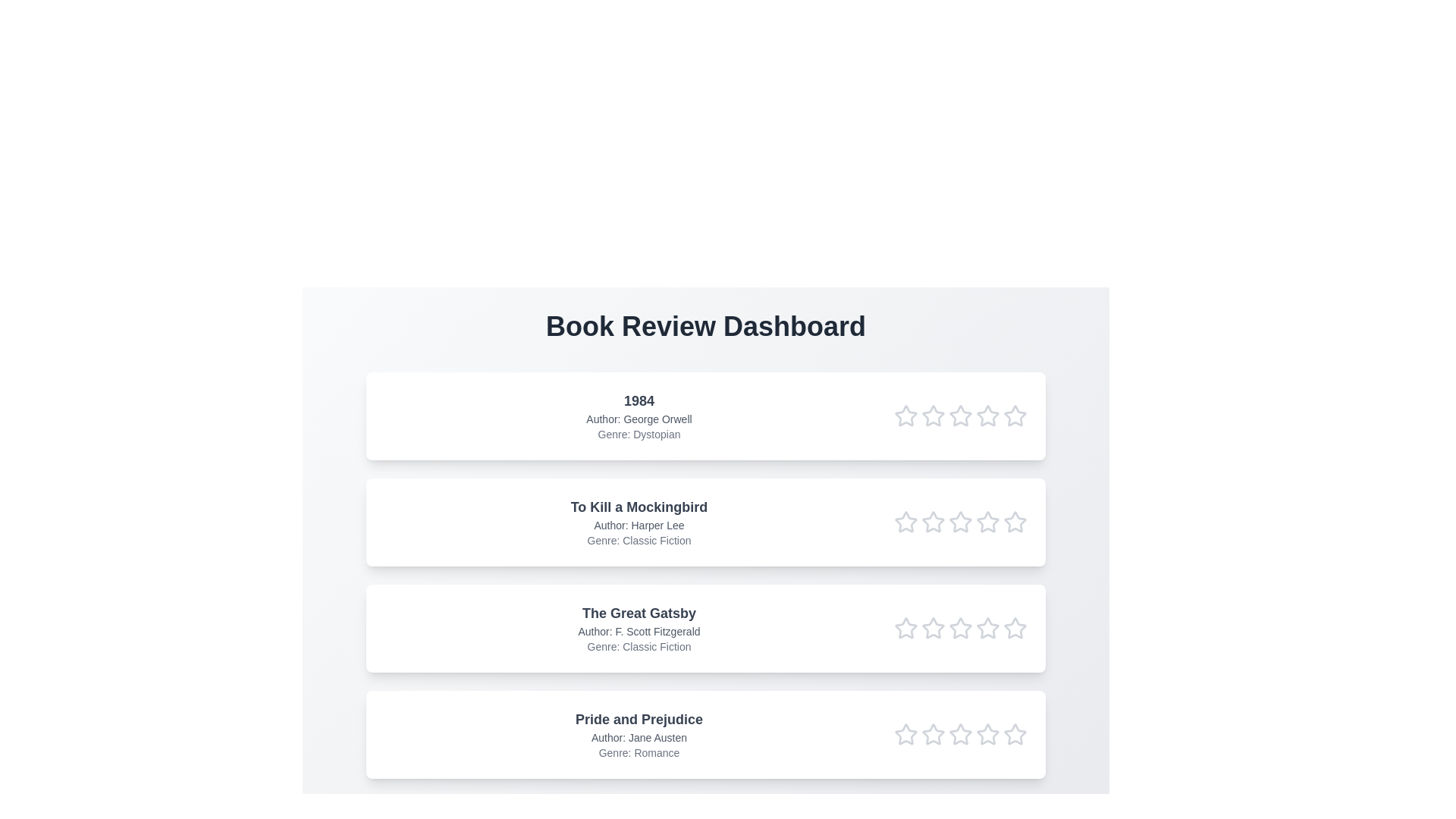 The height and width of the screenshot is (819, 1456). What do you see at coordinates (906, 629) in the screenshot?
I see `the rating of the book 'The Great Gatsby' to 1 stars by clicking on the respective star` at bounding box center [906, 629].